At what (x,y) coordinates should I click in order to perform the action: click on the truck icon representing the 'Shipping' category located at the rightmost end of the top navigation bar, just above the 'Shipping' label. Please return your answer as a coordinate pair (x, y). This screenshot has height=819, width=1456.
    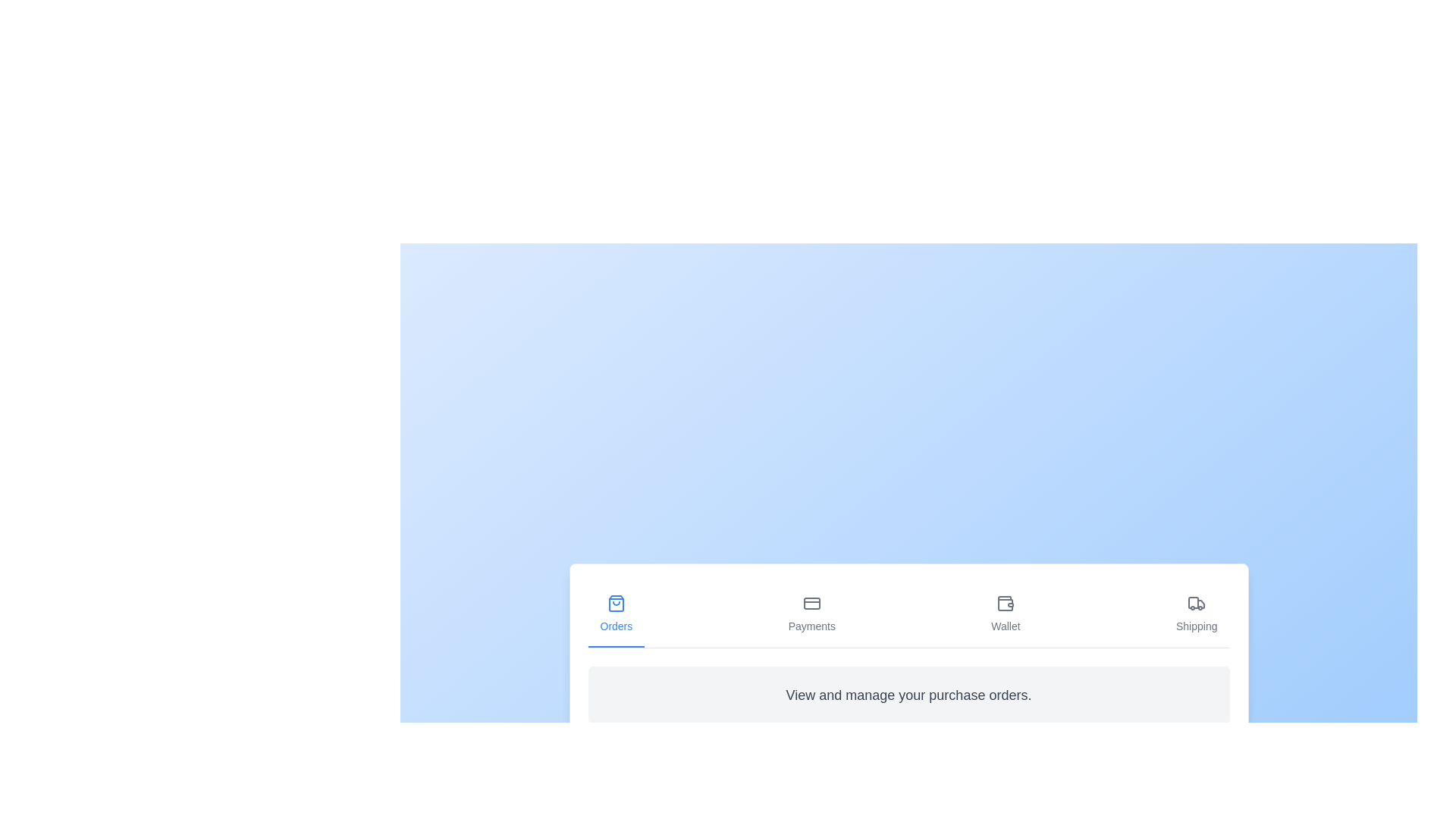
    Looking at the image, I should click on (1196, 602).